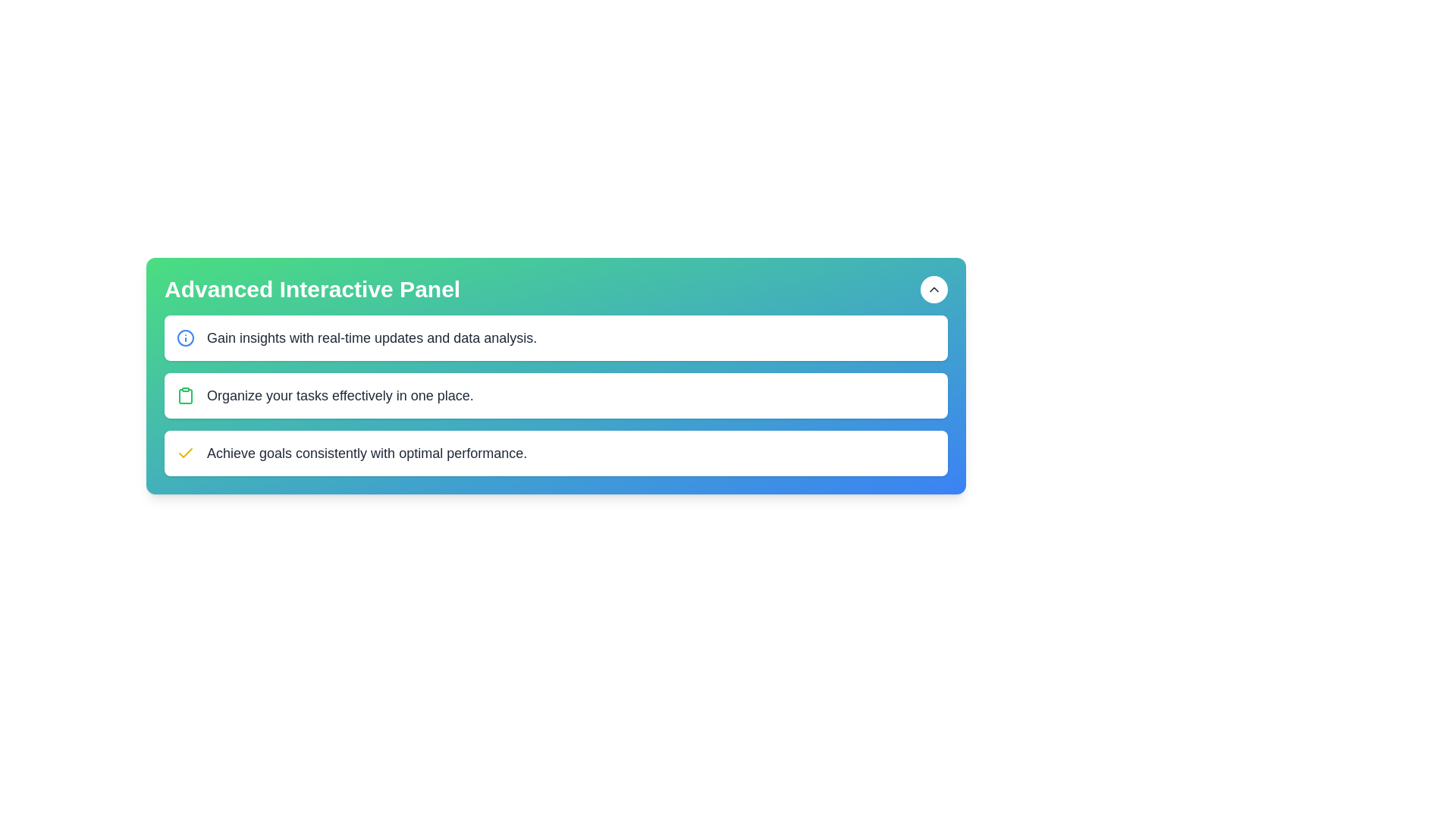  I want to click on the informational card located in the third row of a vertically stacked list, conveying information about achieving goals with optimal performance, so click(555, 452).